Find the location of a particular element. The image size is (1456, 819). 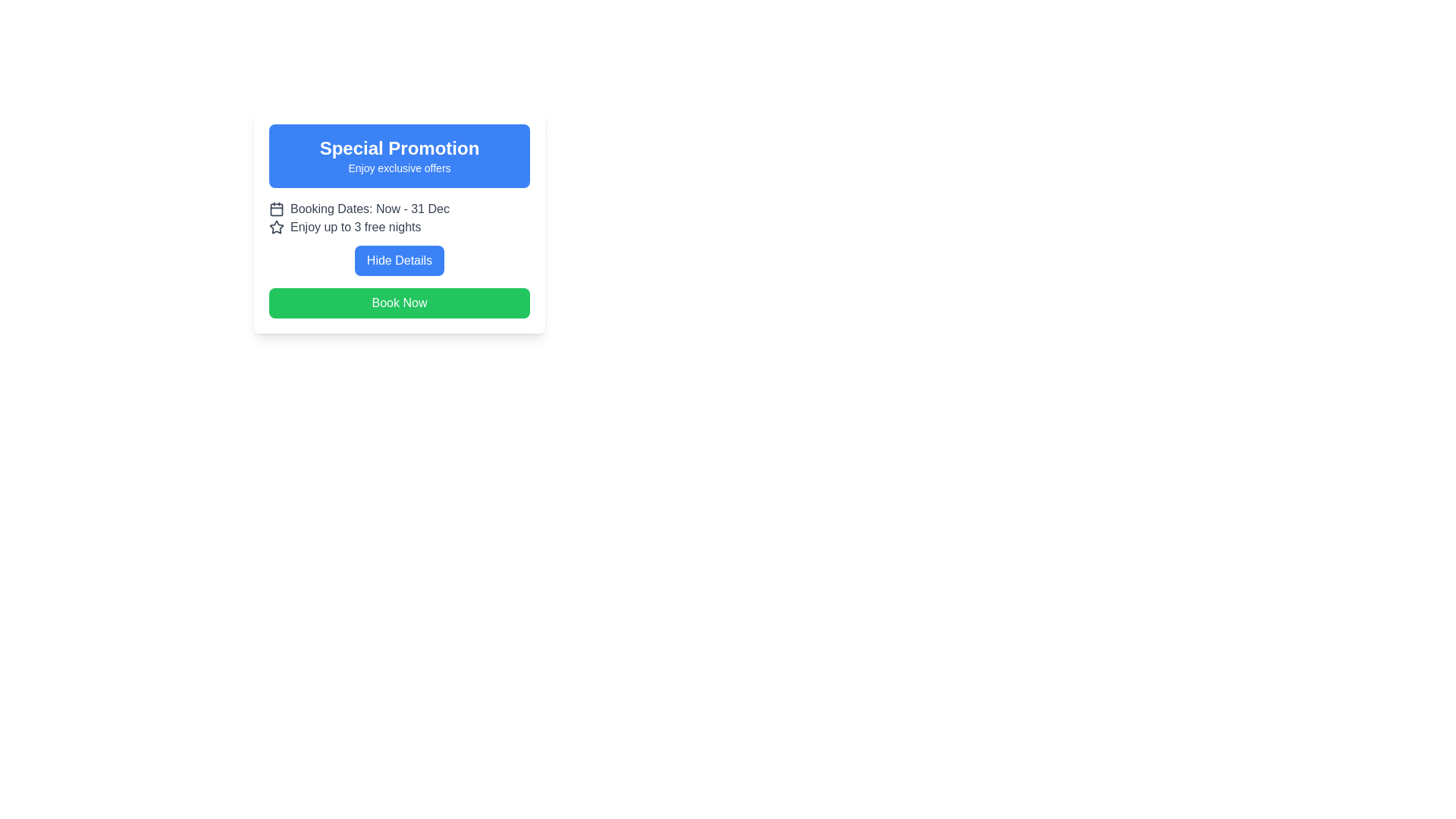

the Header banner with a blue background and white text that reads 'Special Promotion' and 'Enjoy exclusive offers' is located at coordinates (400, 155).